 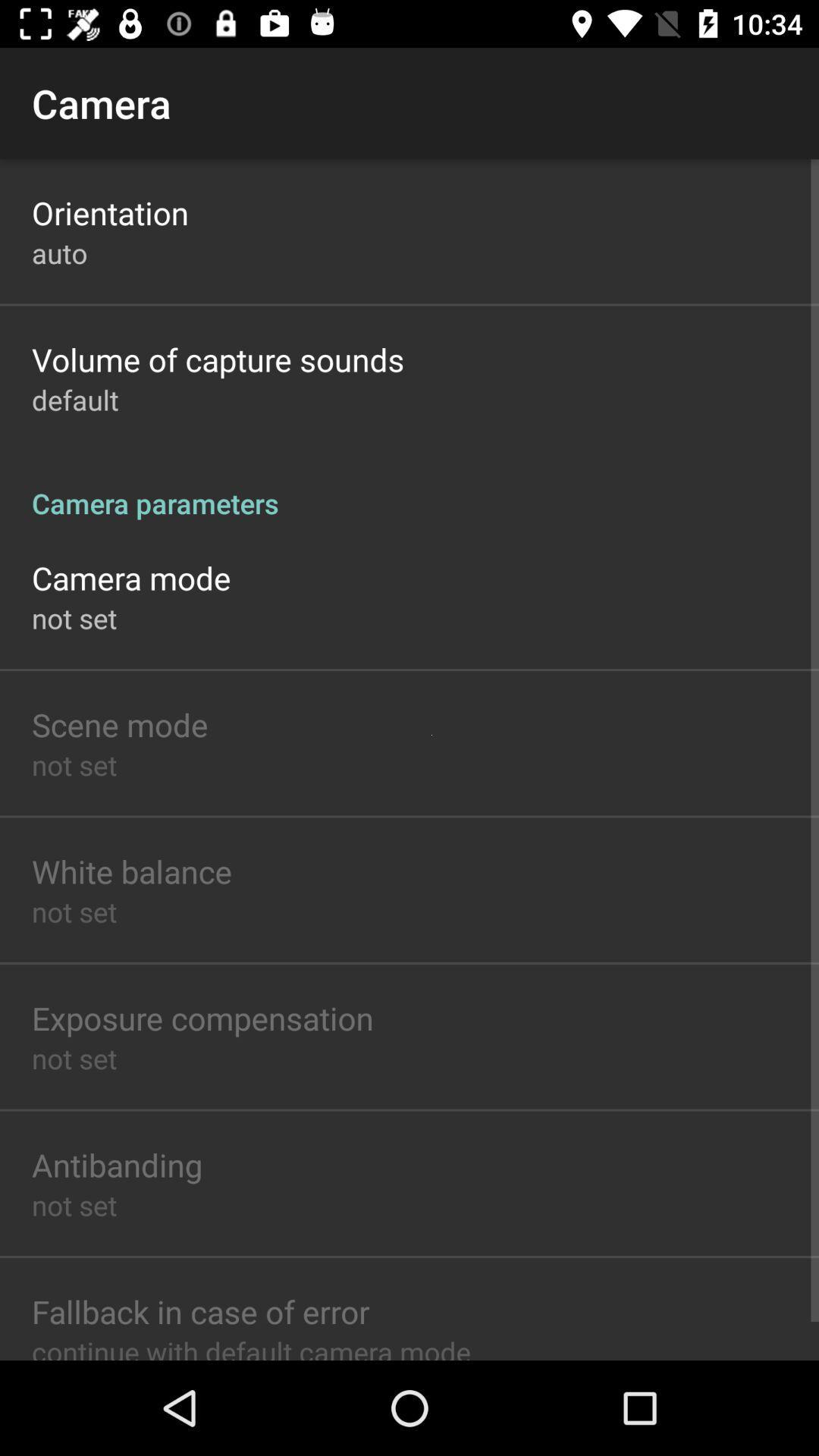 I want to click on the icon above the camera mode icon, so click(x=409, y=487).